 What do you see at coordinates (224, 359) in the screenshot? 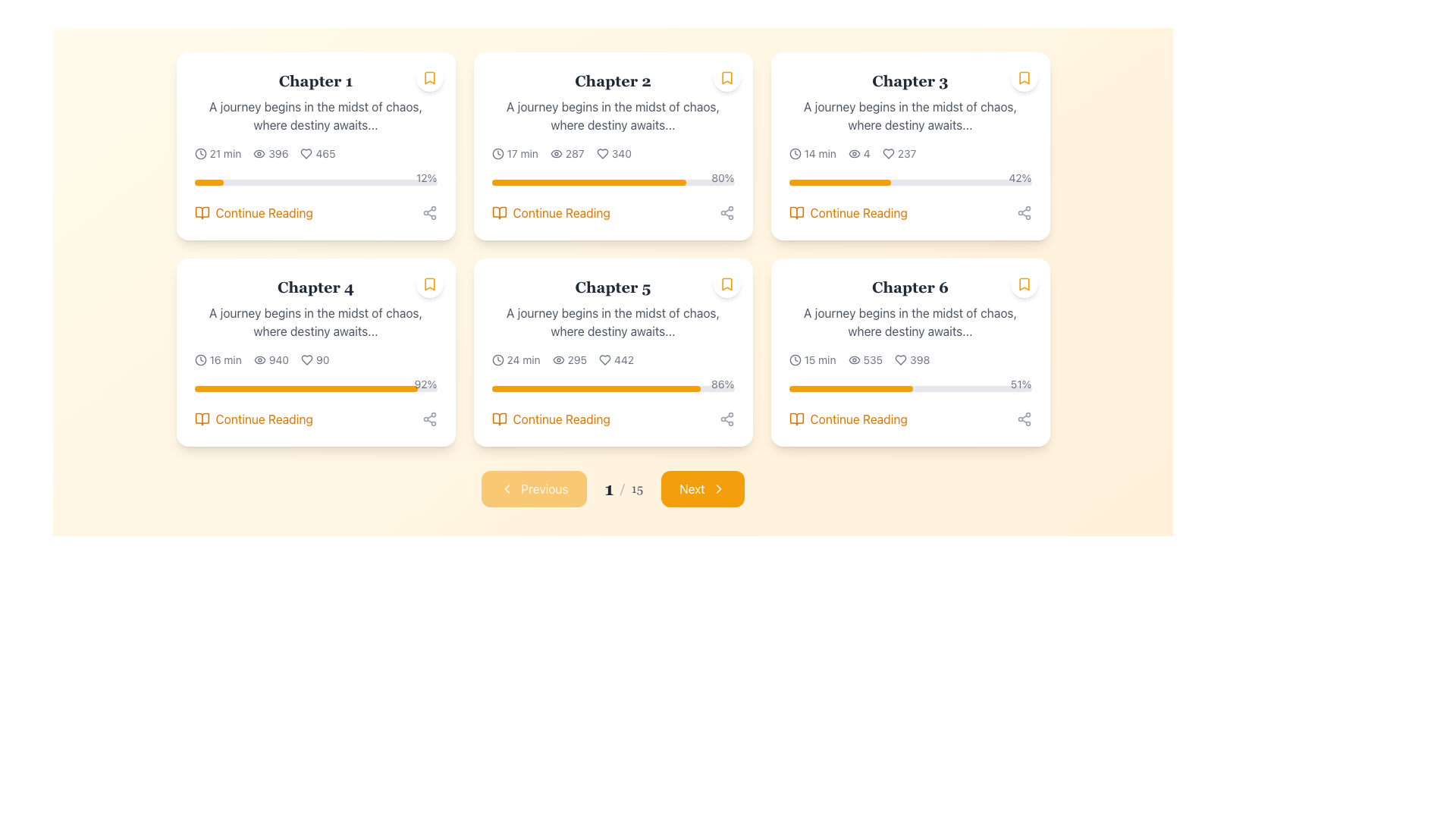
I see `the text label indicating the estimated reading time for Chapter 4, which is located next to a clock icon in the lower-left quadrant of the Chapter 4 card` at bounding box center [224, 359].